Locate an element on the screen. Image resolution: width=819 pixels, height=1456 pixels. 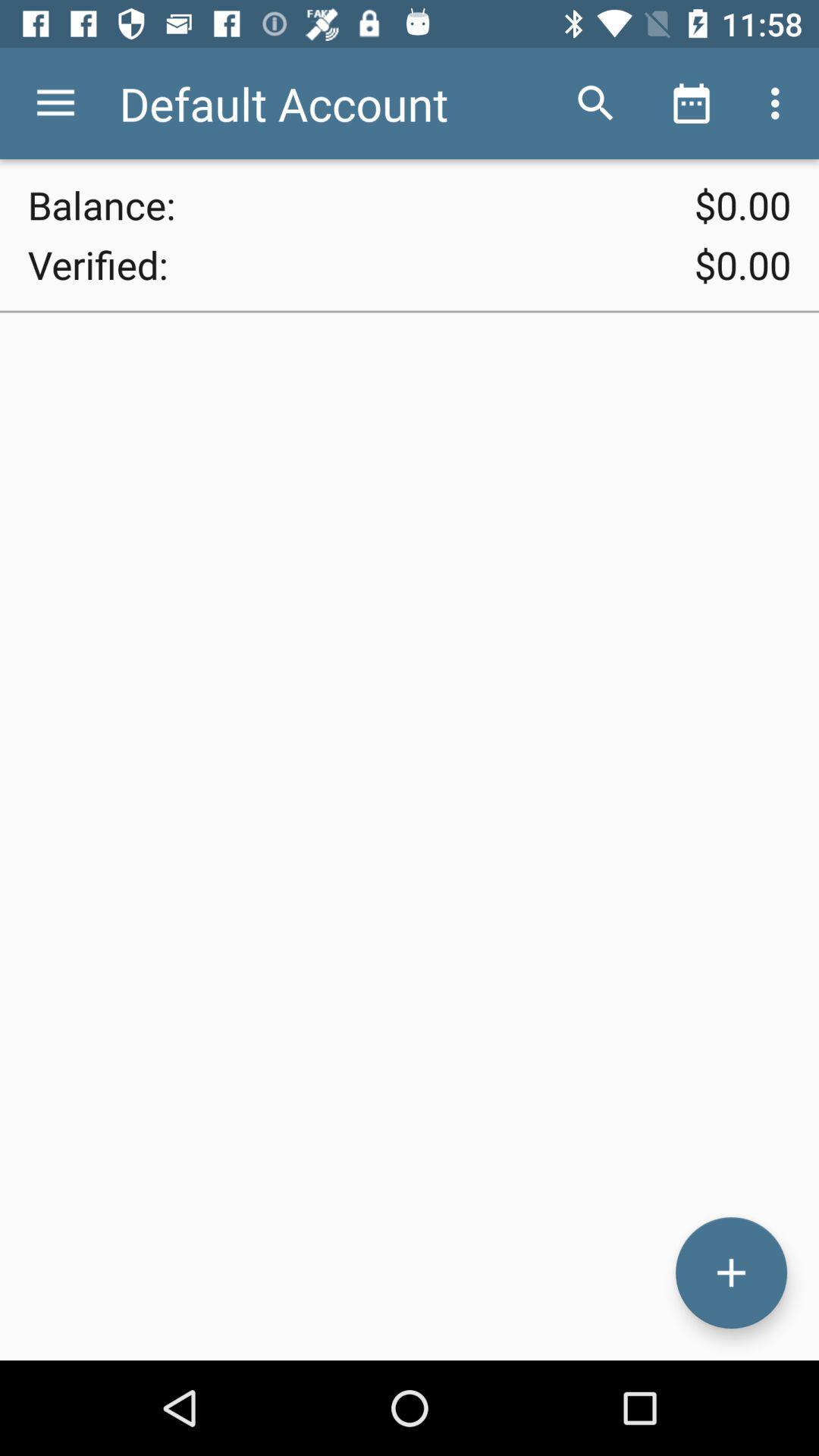
the add icon is located at coordinates (730, 1272).